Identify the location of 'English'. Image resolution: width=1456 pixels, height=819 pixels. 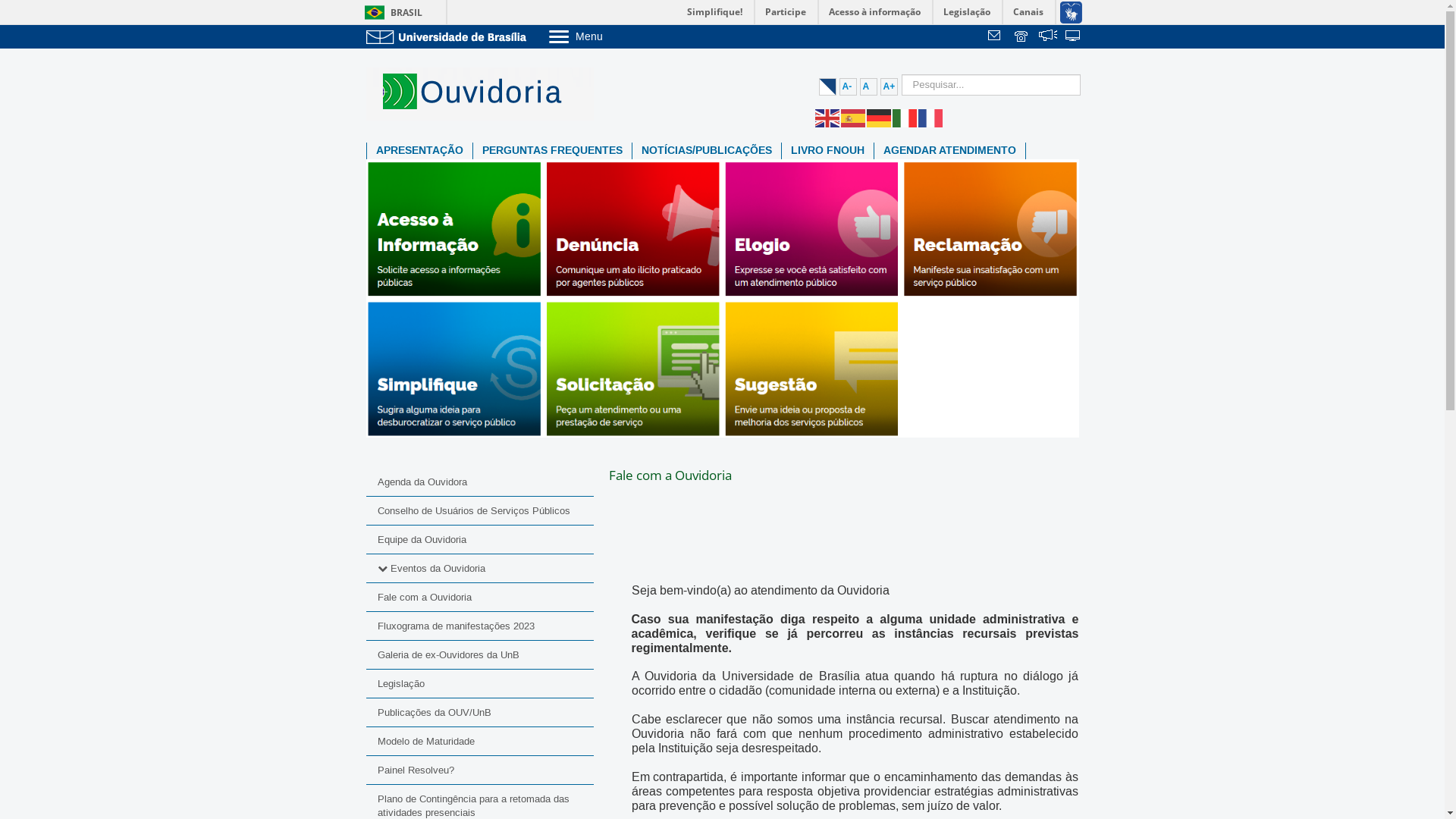
(826, 116).